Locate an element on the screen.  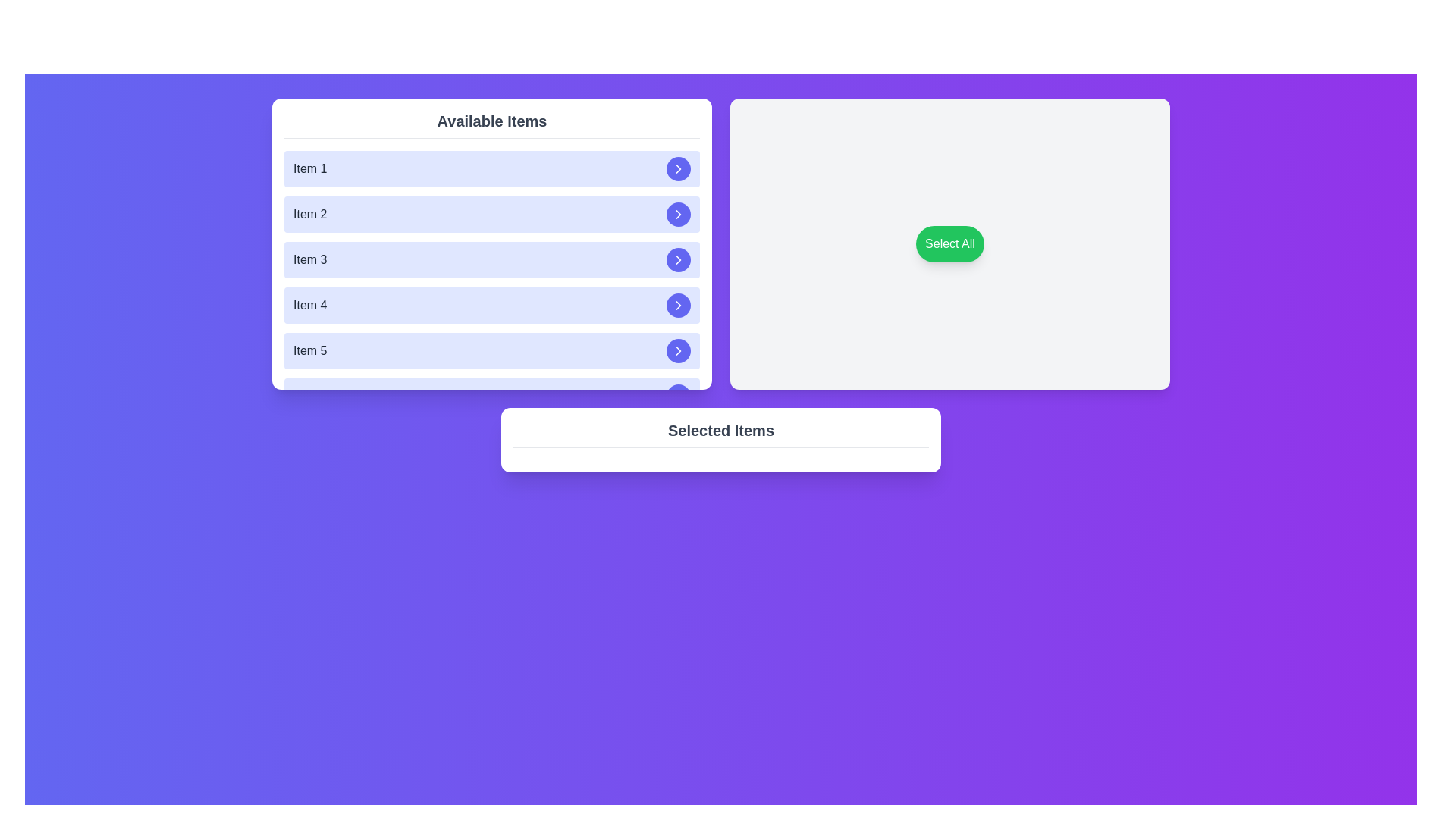
the Chevron icon pointing to the right, which is part of the SVG component located in the fifth item of the 'Available Items' list is located at coordinates (677, 396).